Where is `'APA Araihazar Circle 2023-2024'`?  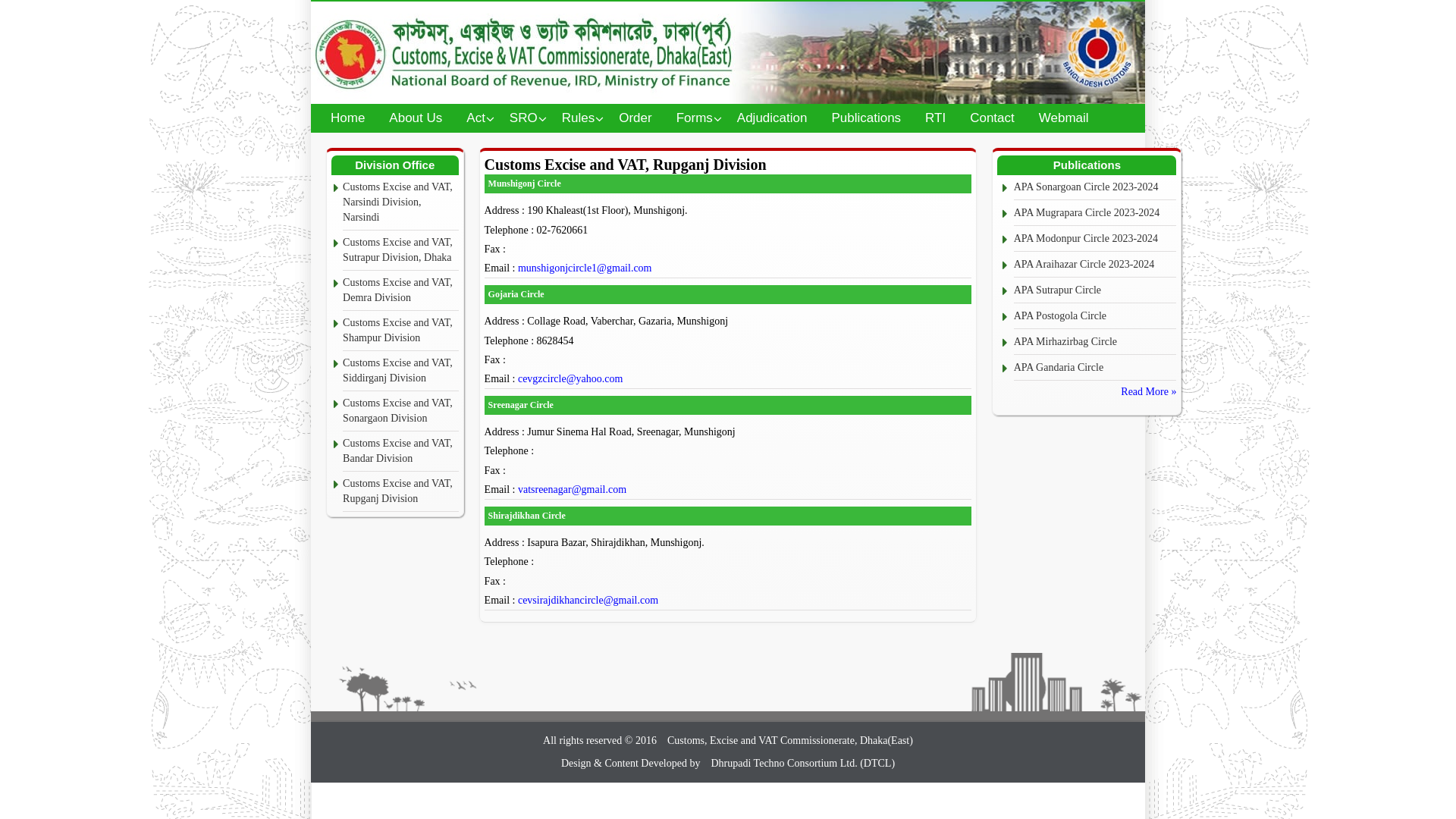
'APA Araihazar Circle 2023-2024' is located at coordinates (1095, 264).